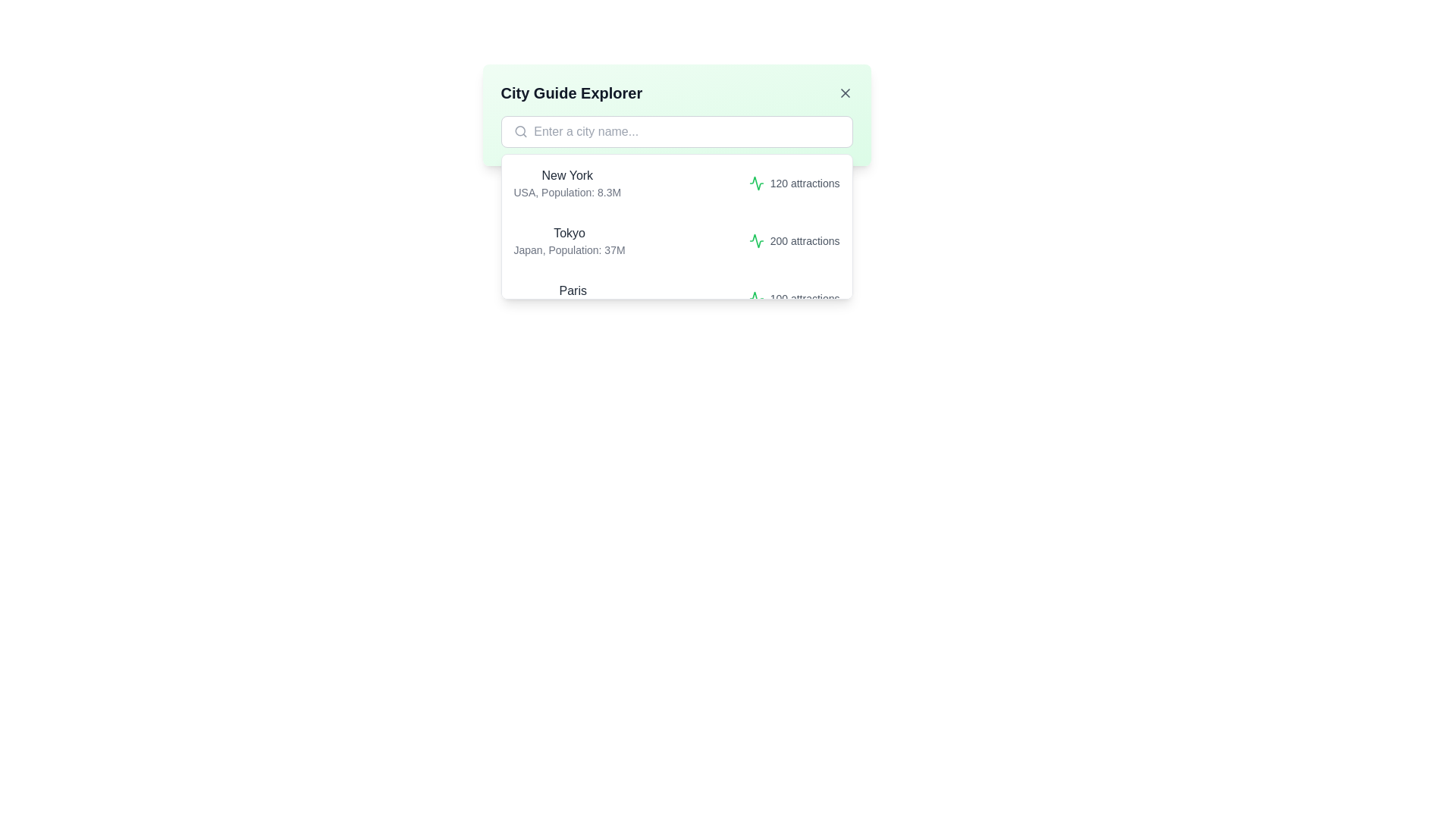  What do you see at coordinates (569, 240) in the screenshot?
I see `descriptive information displayed about the city of Tokyo, which is the first textual entry in the second row of the 'City Guide Explorer' modal` at bounding box center [569, 240].